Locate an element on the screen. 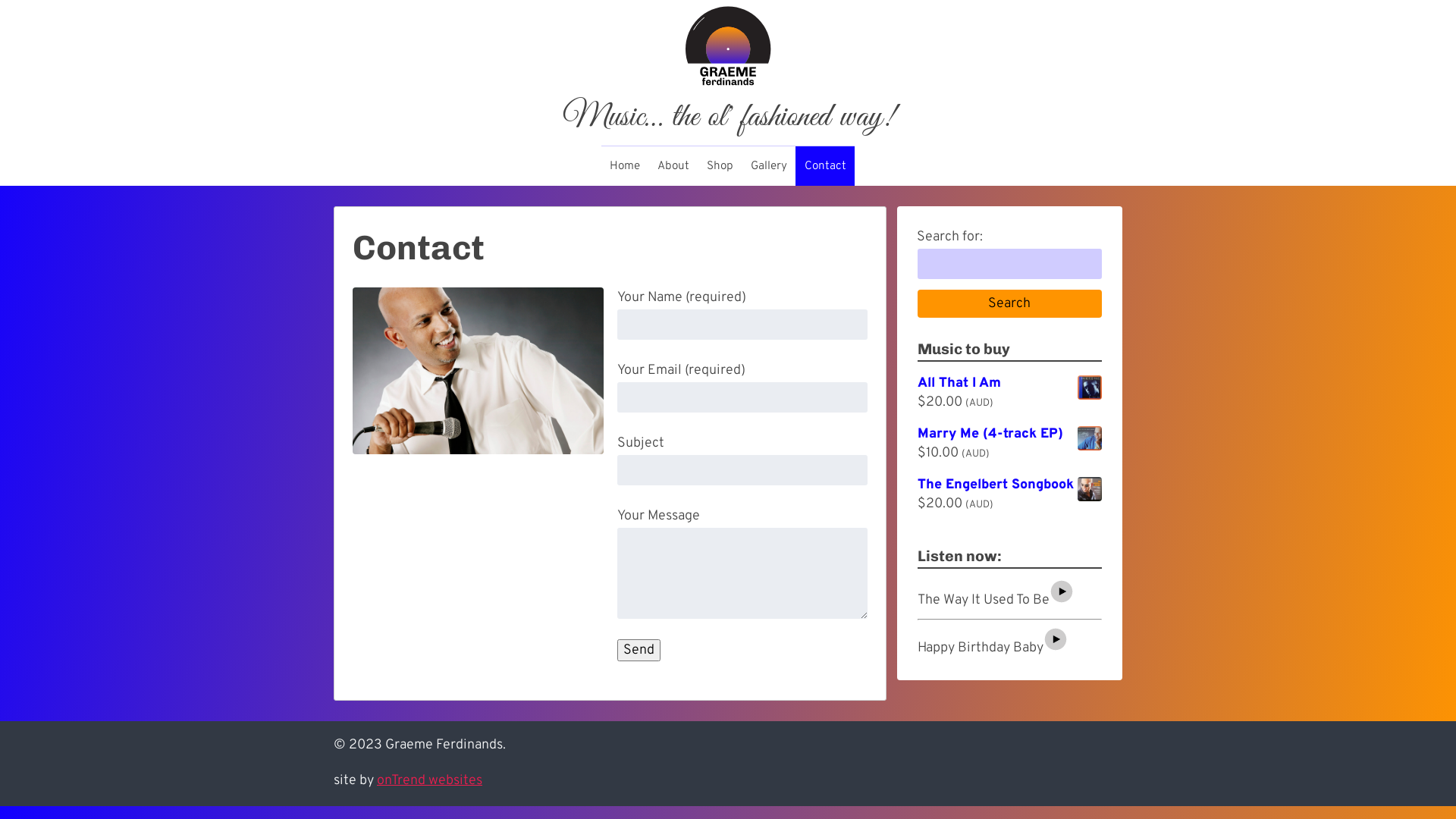 This screenshot has width=1456, height=819. 'Marry Me (4-track EP)' is located at coordinates (1009, 435).